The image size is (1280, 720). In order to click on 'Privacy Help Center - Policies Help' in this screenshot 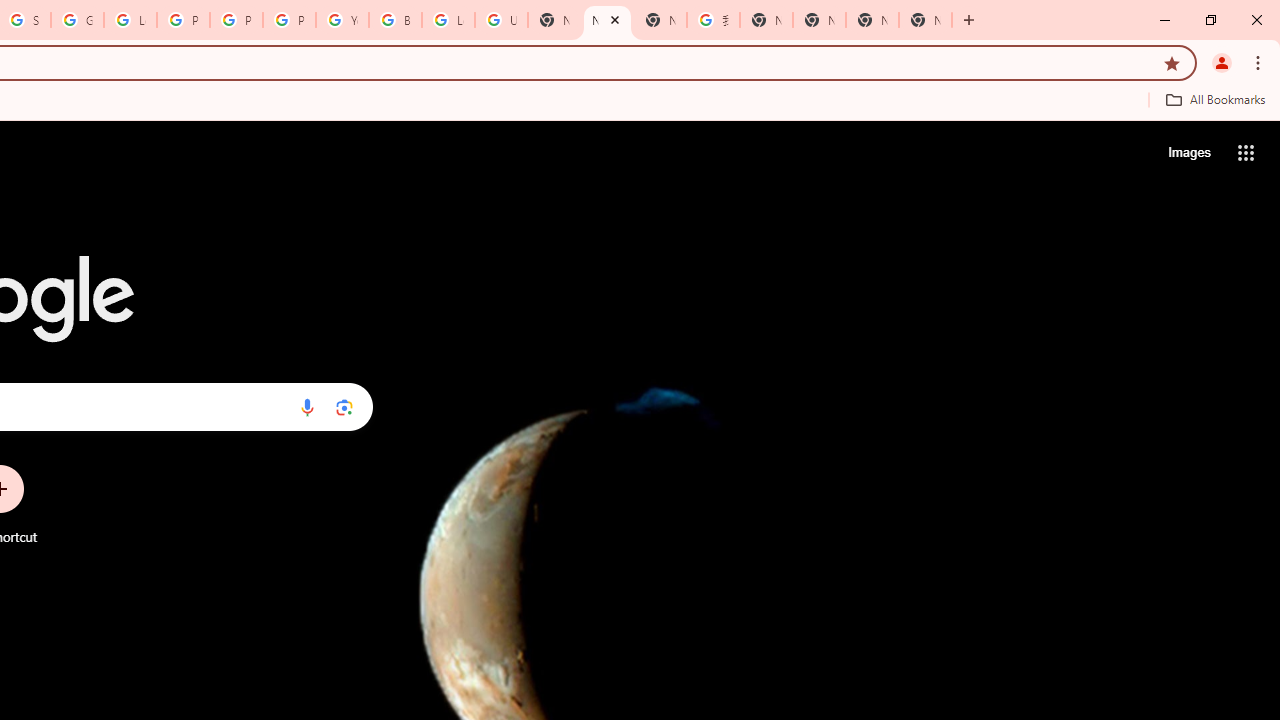, I will do `click(236, 20)`.